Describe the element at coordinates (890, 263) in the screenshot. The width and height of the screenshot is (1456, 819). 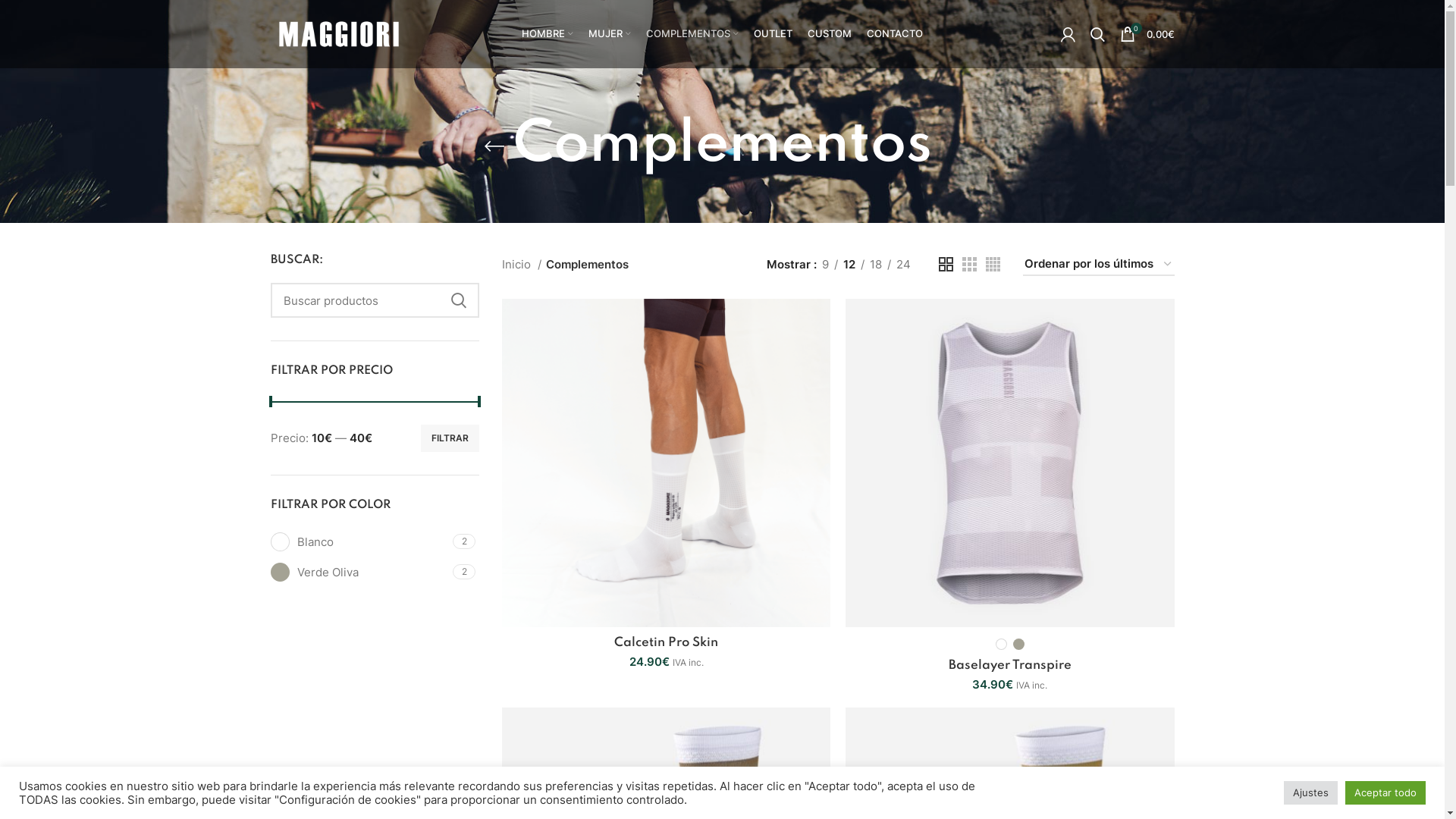
I see `'24'` at that location.